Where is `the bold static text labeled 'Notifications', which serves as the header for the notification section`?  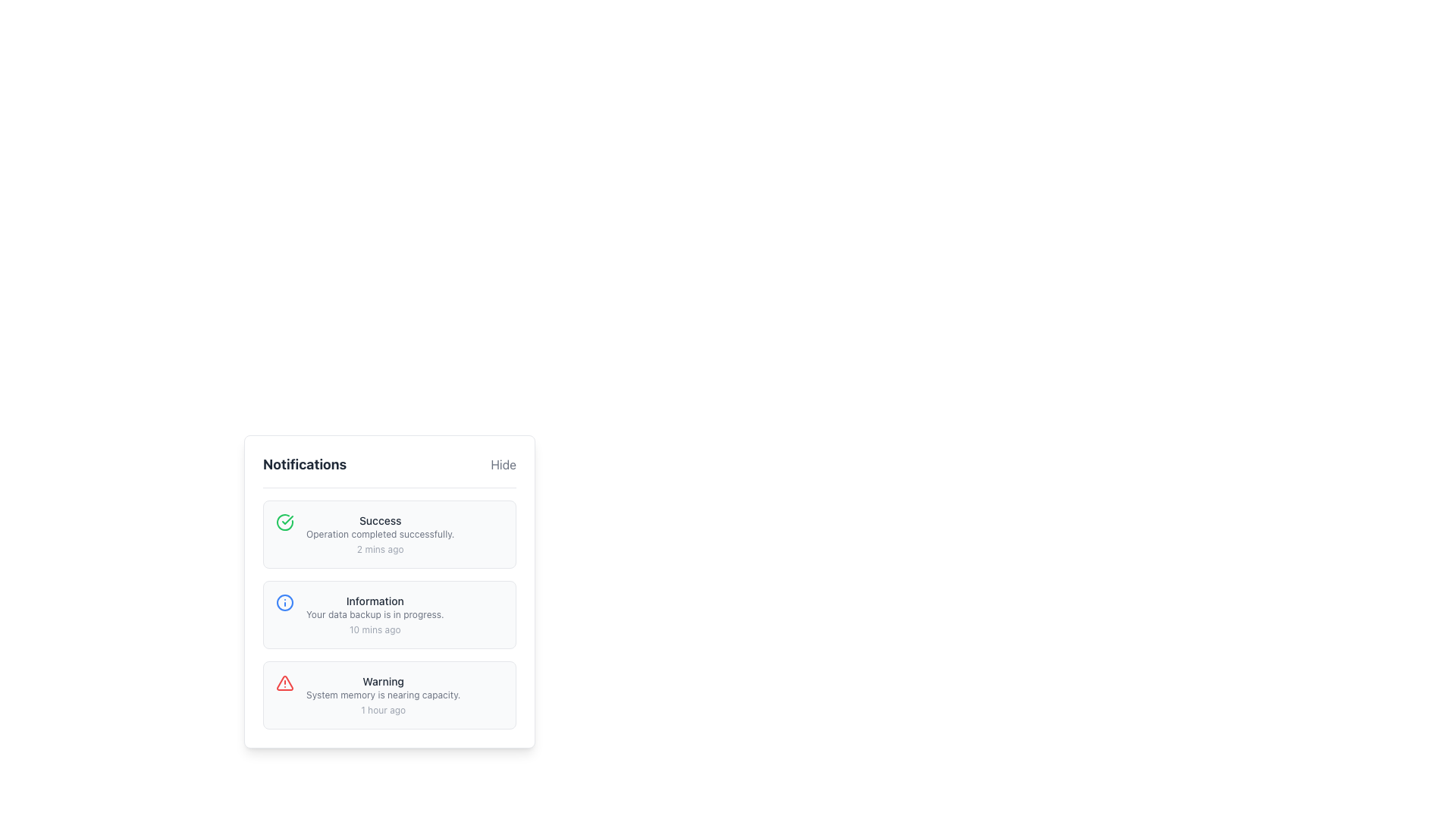
the bold static text labeled 'Notifications', which serves as the header for the notification section is located at coordinates (304, 464).